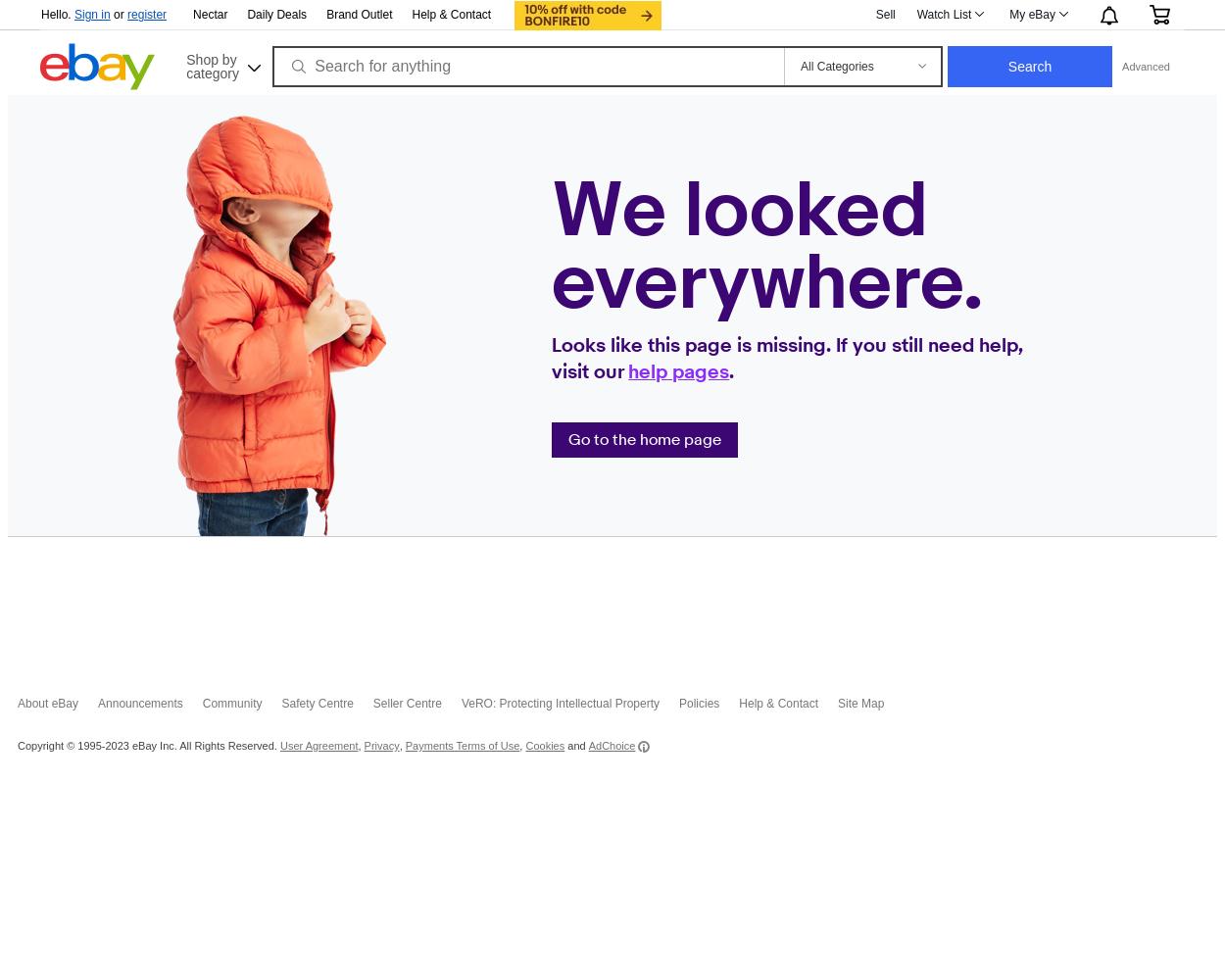 The width and height of the screenshot is (1225, 980). What do you see at coordinates (316, 703) in the screenshot?
I see `'Safety Centre'` at bounding box center [316, 703].